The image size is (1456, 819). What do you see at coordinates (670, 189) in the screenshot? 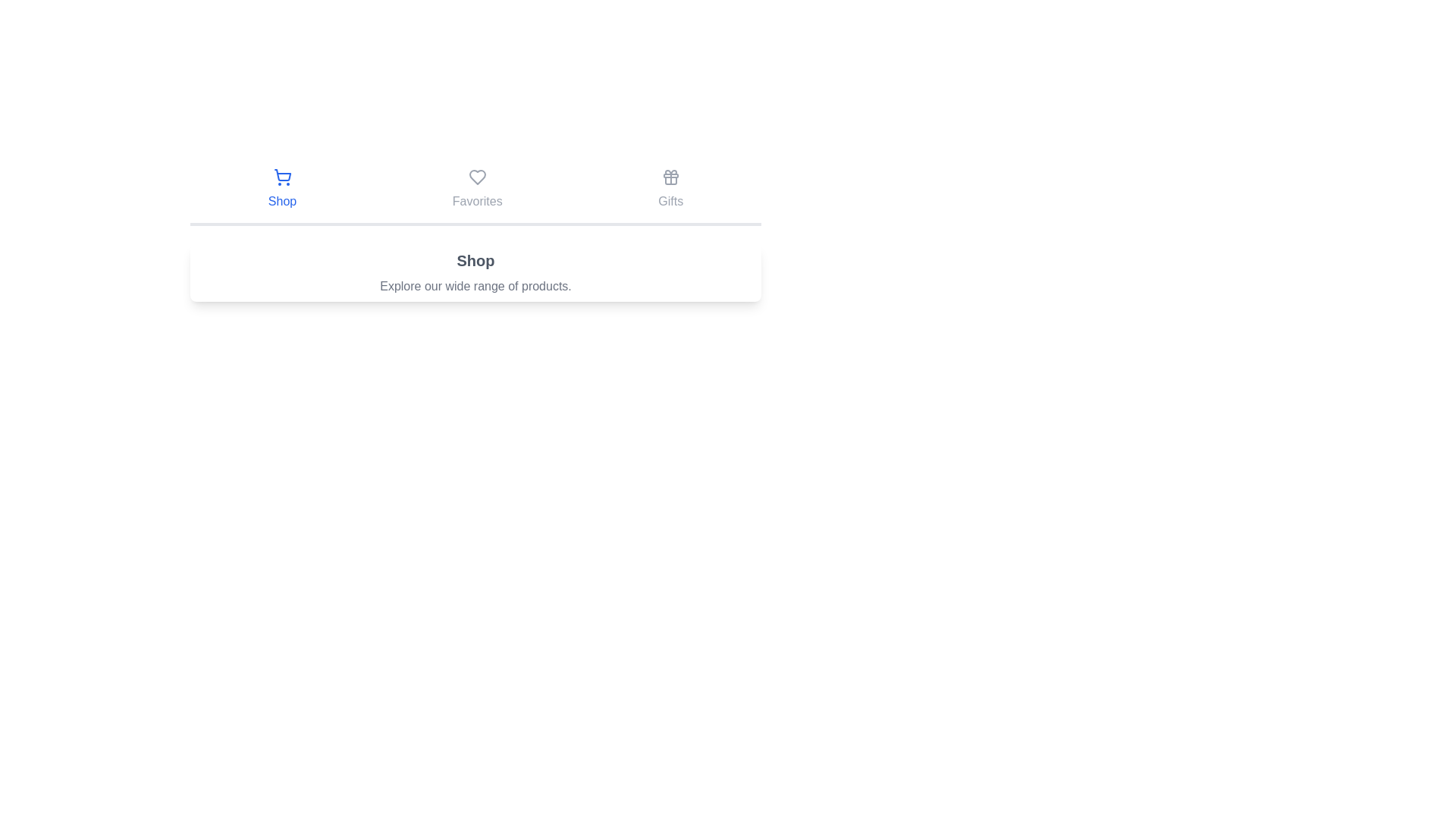
I see `the Gifts tab` at bounding box center [670, 189].